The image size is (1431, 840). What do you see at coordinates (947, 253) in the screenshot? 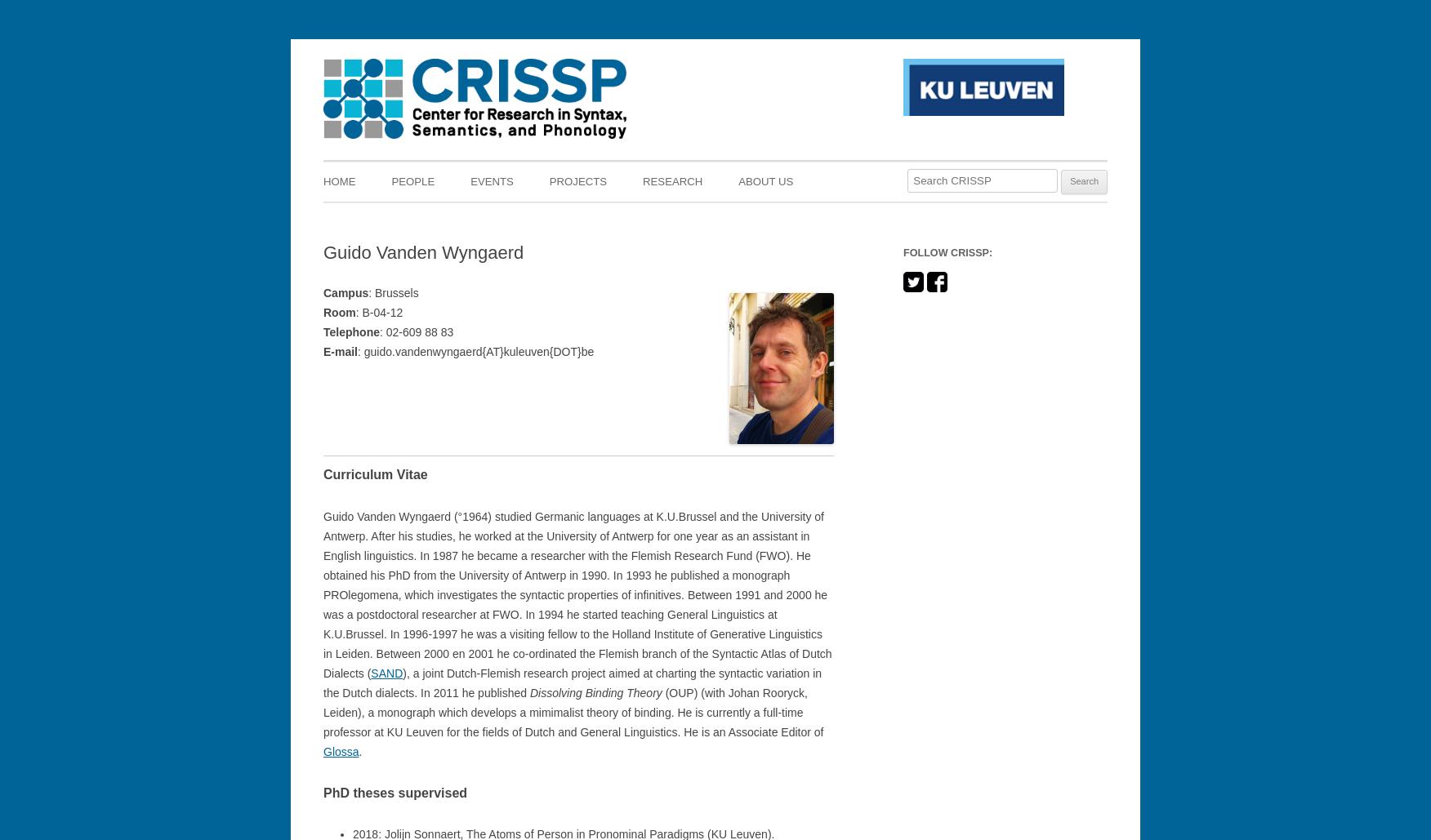
I see `'Follow CRISSP:'` at bounding box center [947, 253].